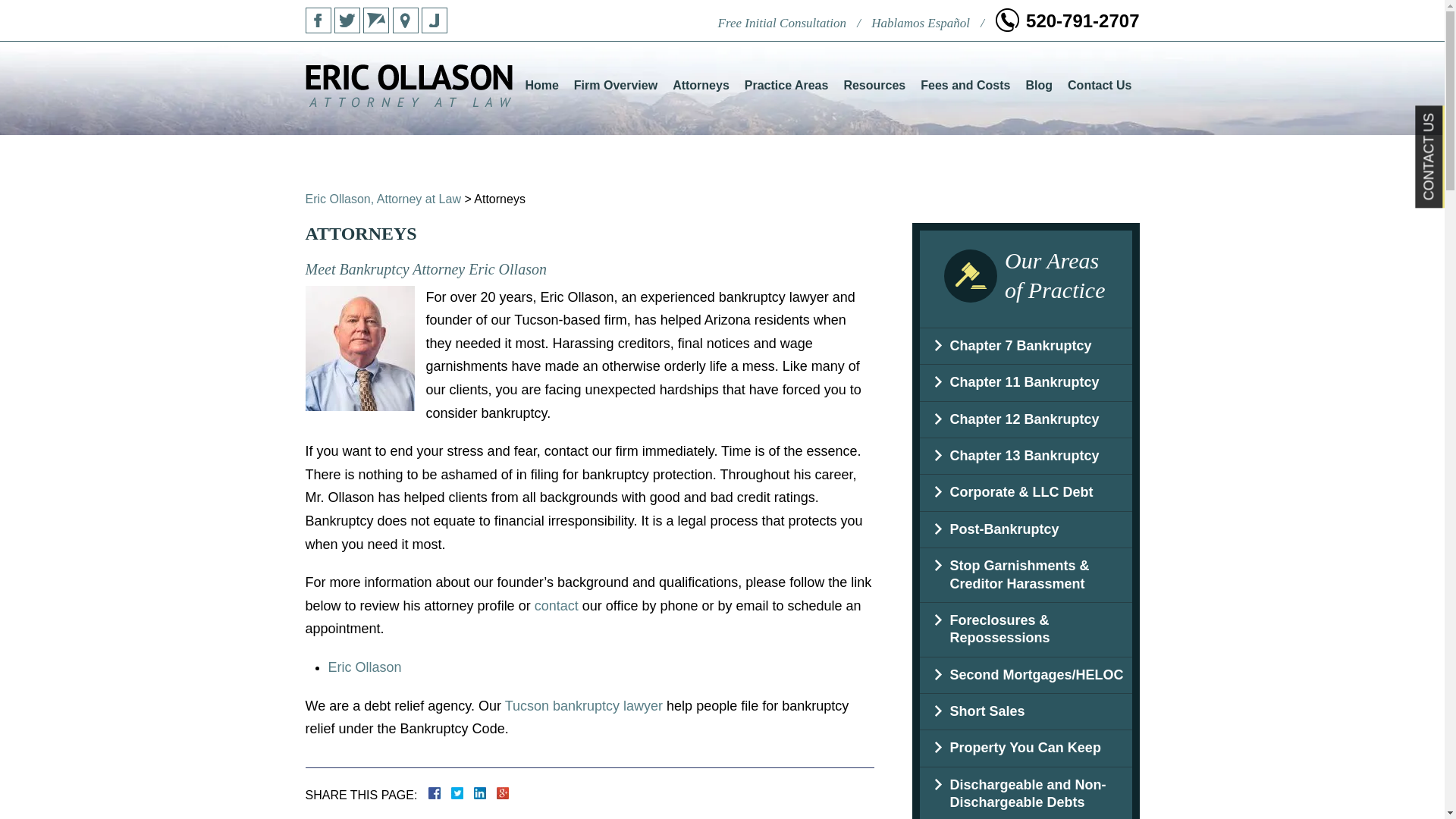 The width and height of the screenshot is (1456, 819). Describe the element at coordinates (1099, 85) in the screenshot. I see `'Contact Us'` at that location.